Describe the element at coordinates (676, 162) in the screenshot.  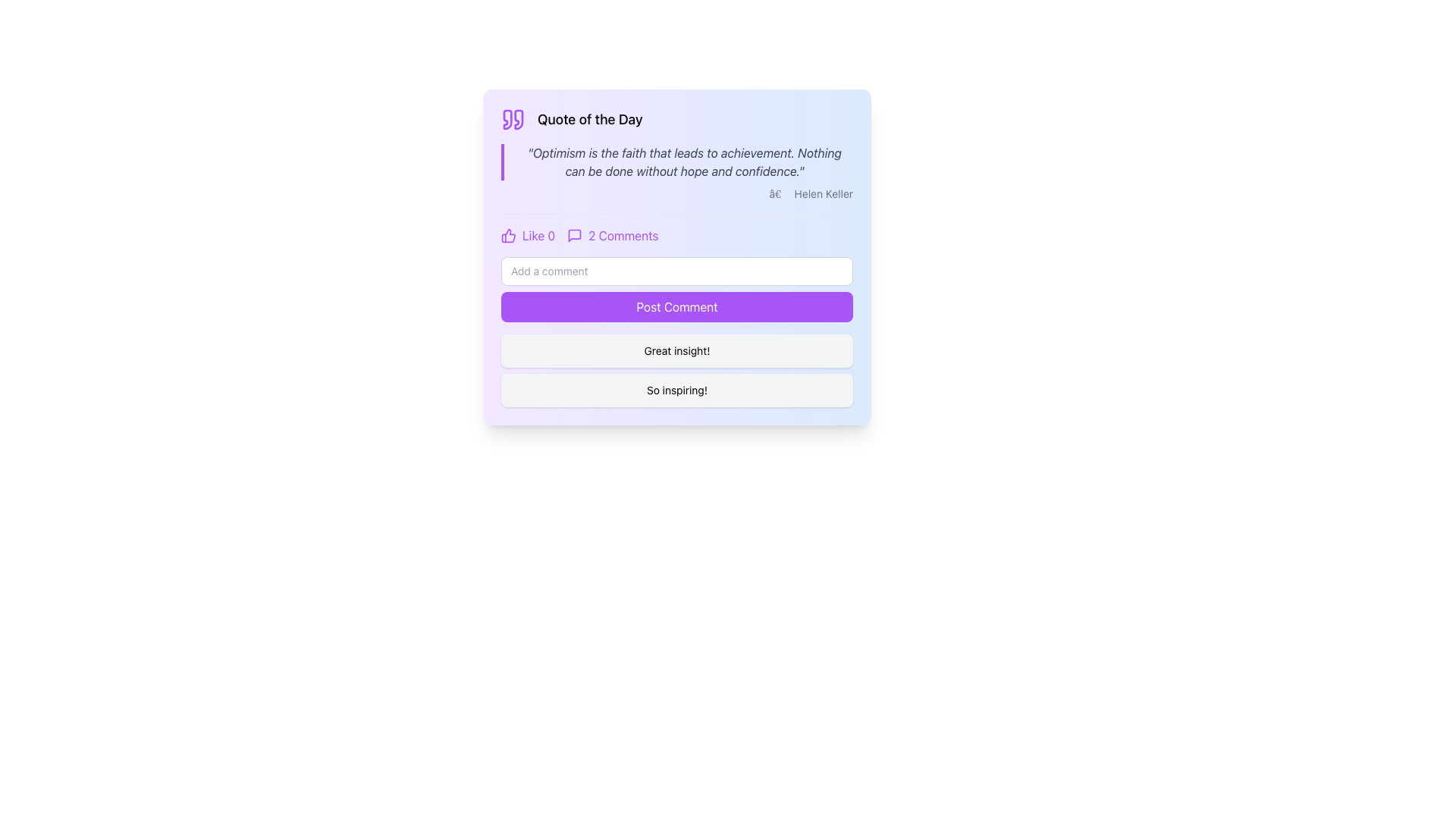
I see `the Static Text Block displaying the motivational quote, positioned below the title 'Quote of the Day' and above the author's attribution '- Helen Keller'` at that location.